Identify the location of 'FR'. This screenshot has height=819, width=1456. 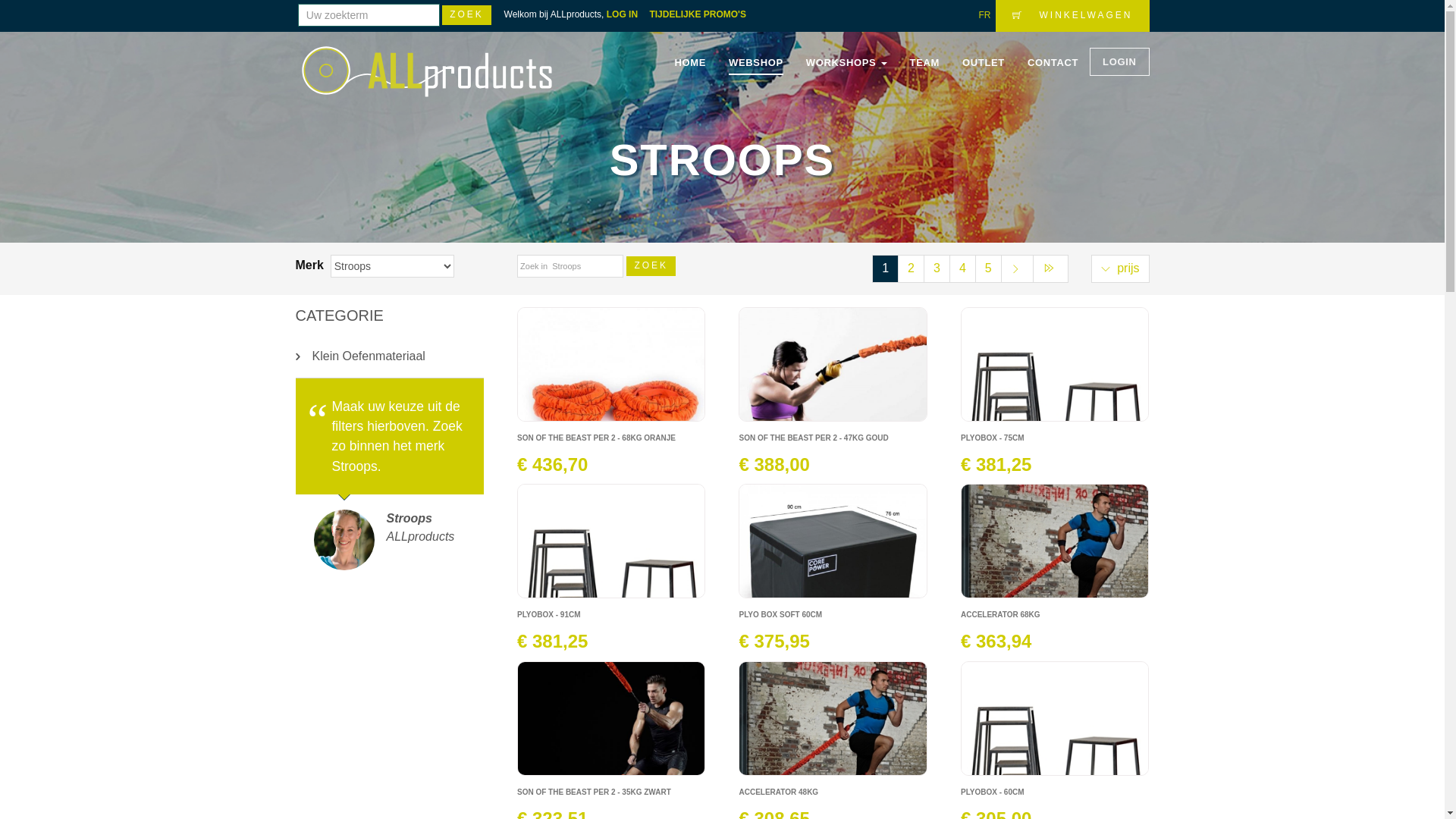
(984, 14).